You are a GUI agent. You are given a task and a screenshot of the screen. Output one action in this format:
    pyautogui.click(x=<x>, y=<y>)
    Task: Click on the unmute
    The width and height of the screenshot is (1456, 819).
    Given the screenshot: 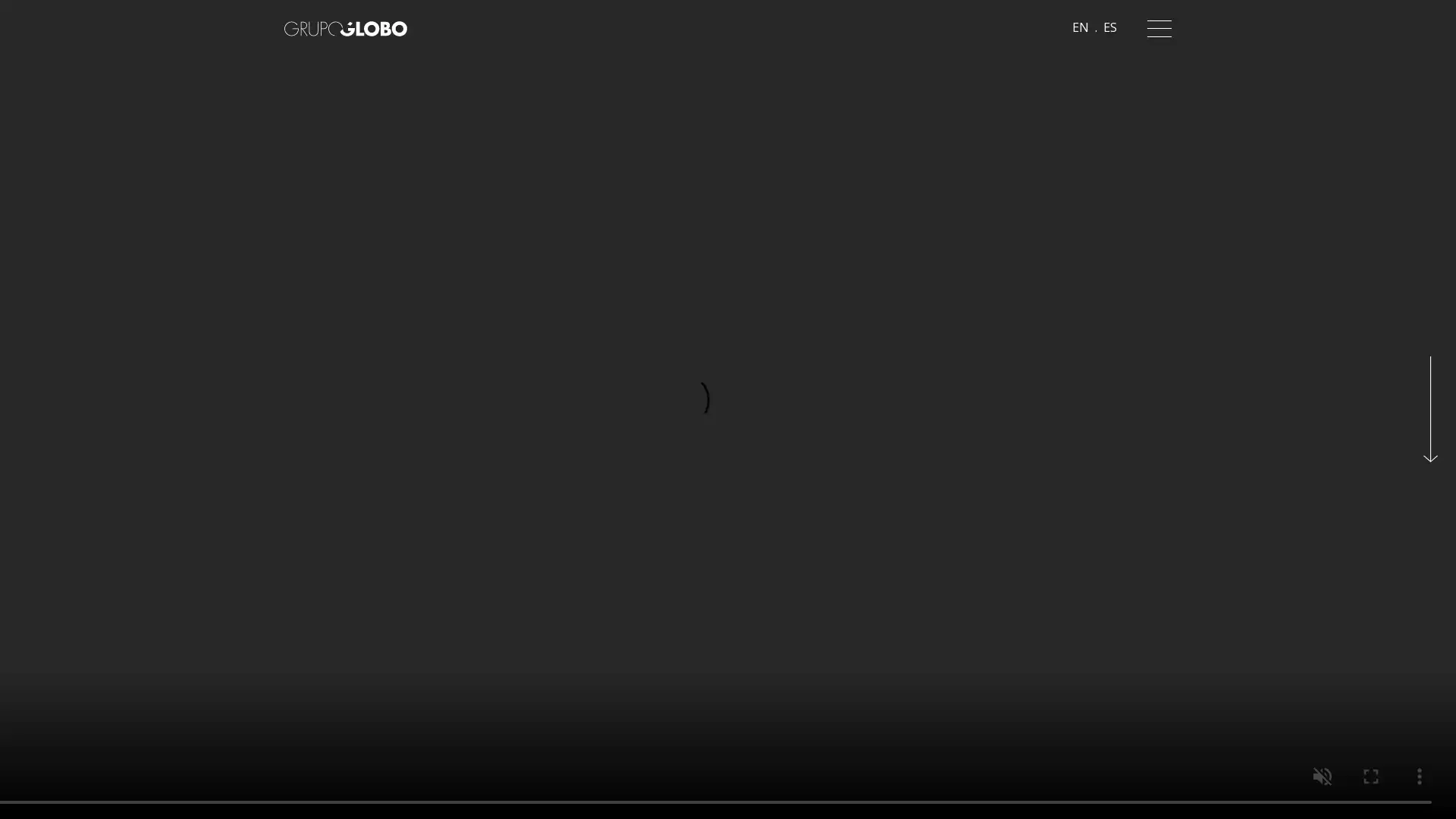 What is the action you would take?
    pyautogui.click(x=1321, y=776)
    